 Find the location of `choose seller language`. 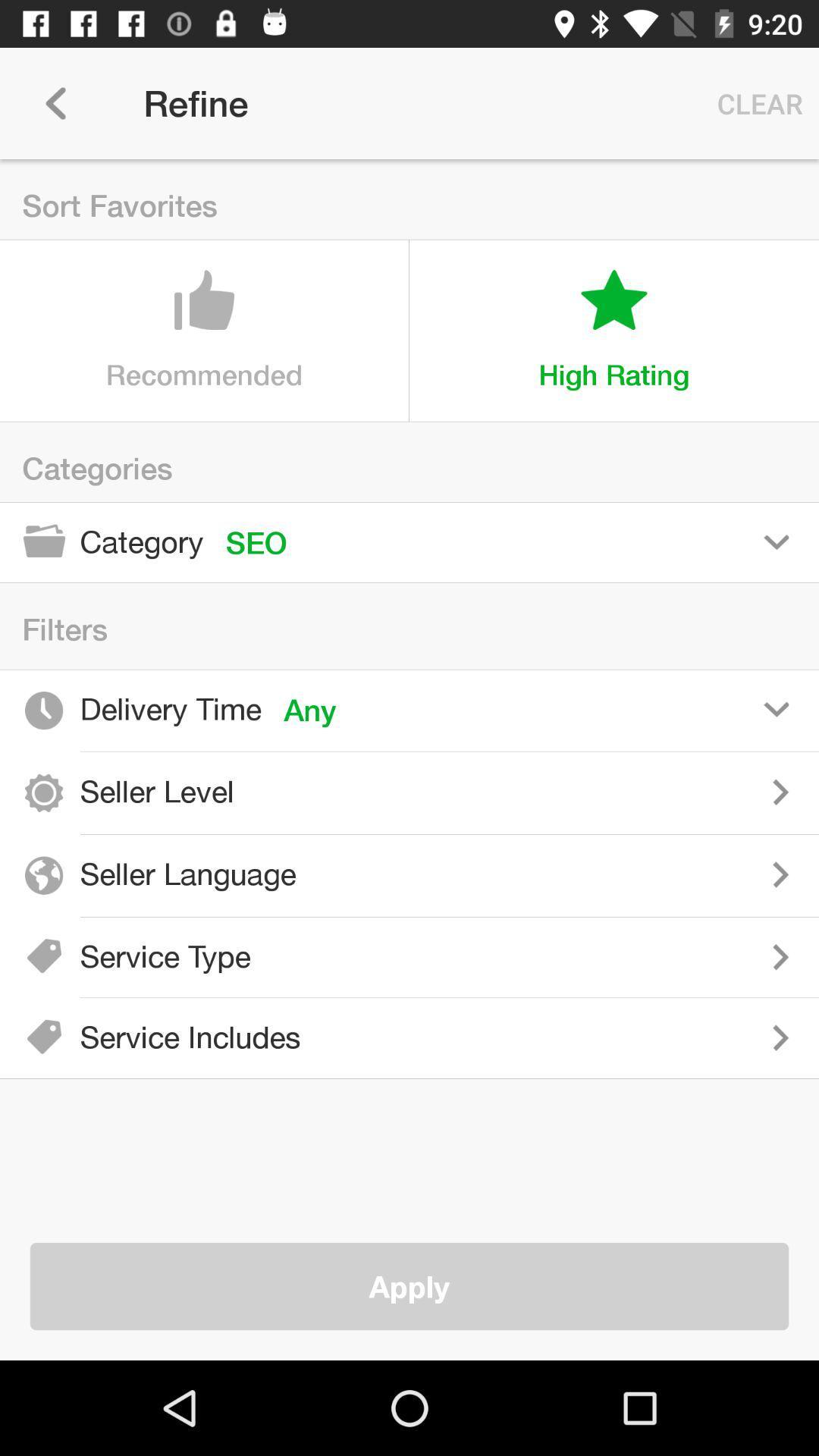

choose seller language is located at coordinates (568, 874).